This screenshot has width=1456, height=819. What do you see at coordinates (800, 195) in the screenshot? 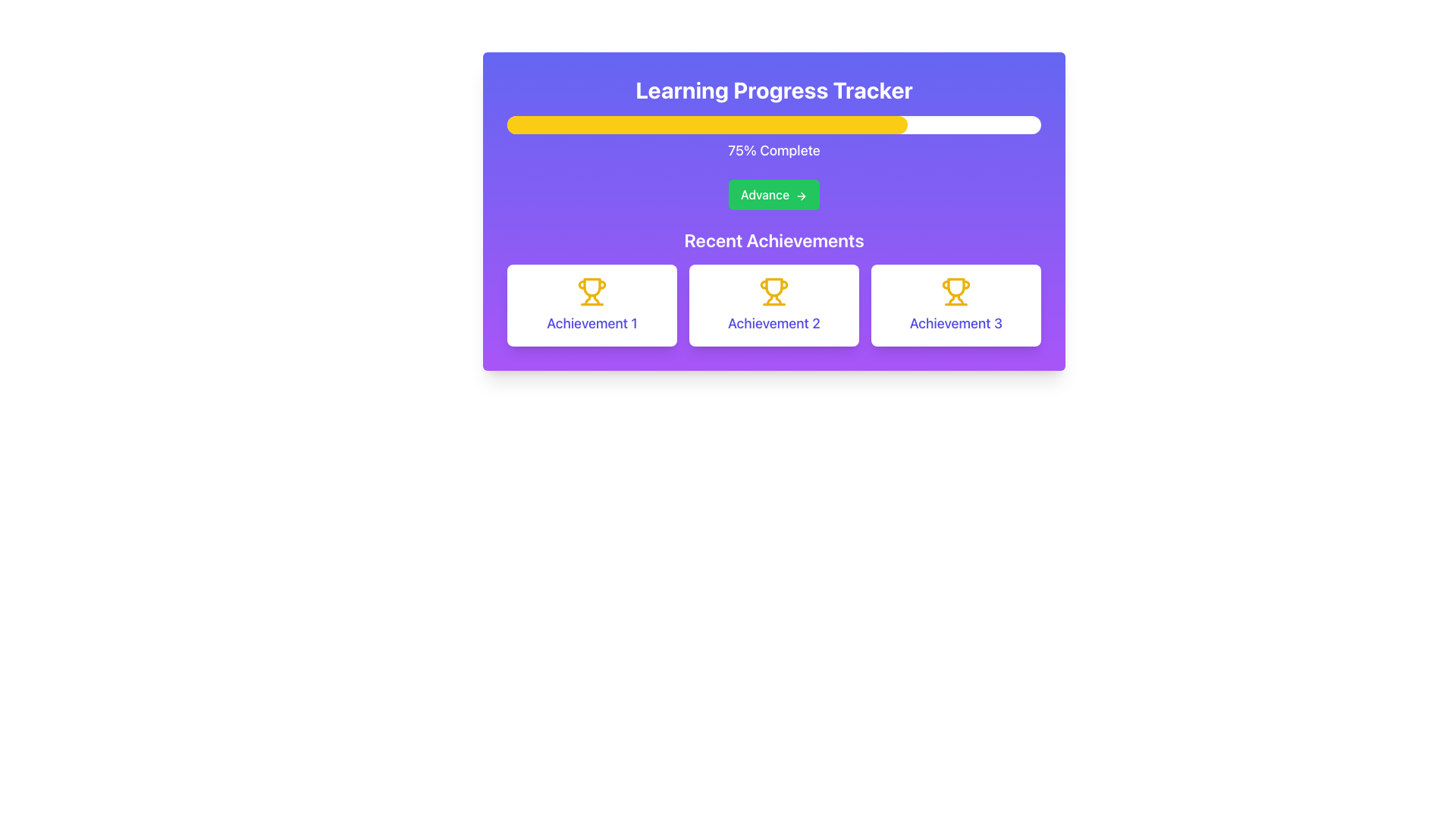
I see `the right-arrow icon located to the right of the 'Advance' text within the button, which is centered below the progress bar` at bounding box center [800, 195].